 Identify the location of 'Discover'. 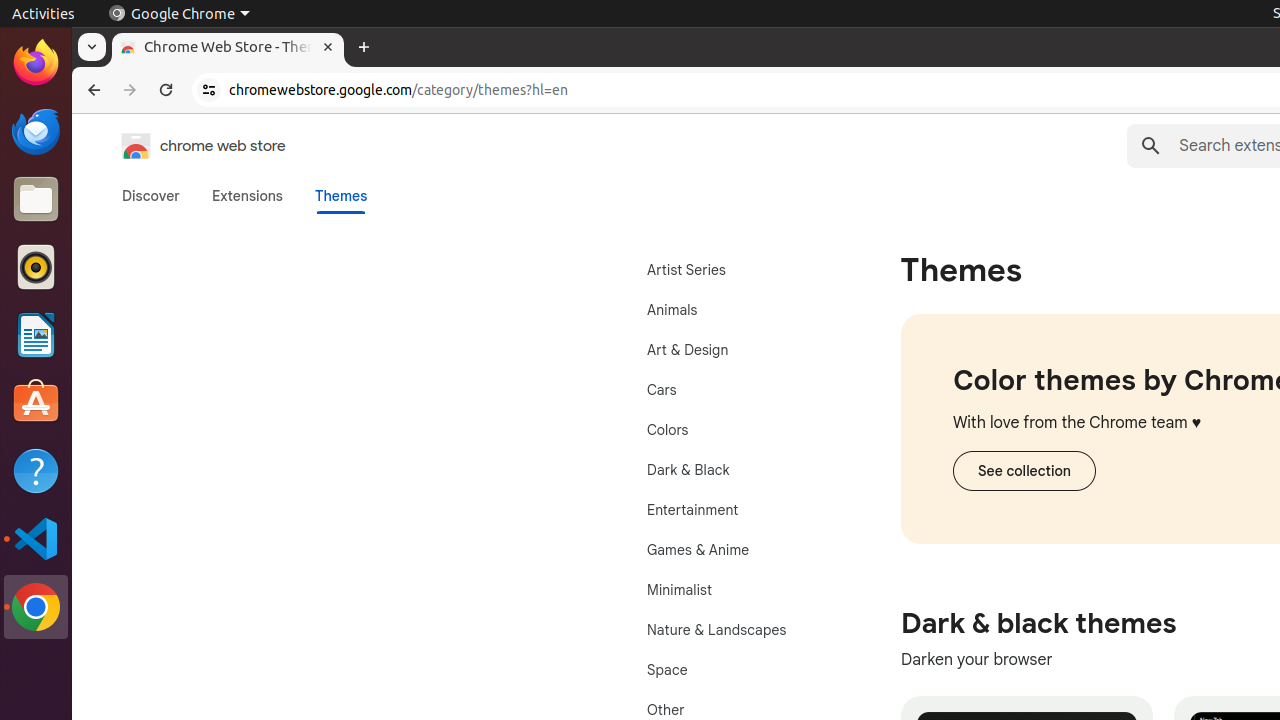
(150, 195).